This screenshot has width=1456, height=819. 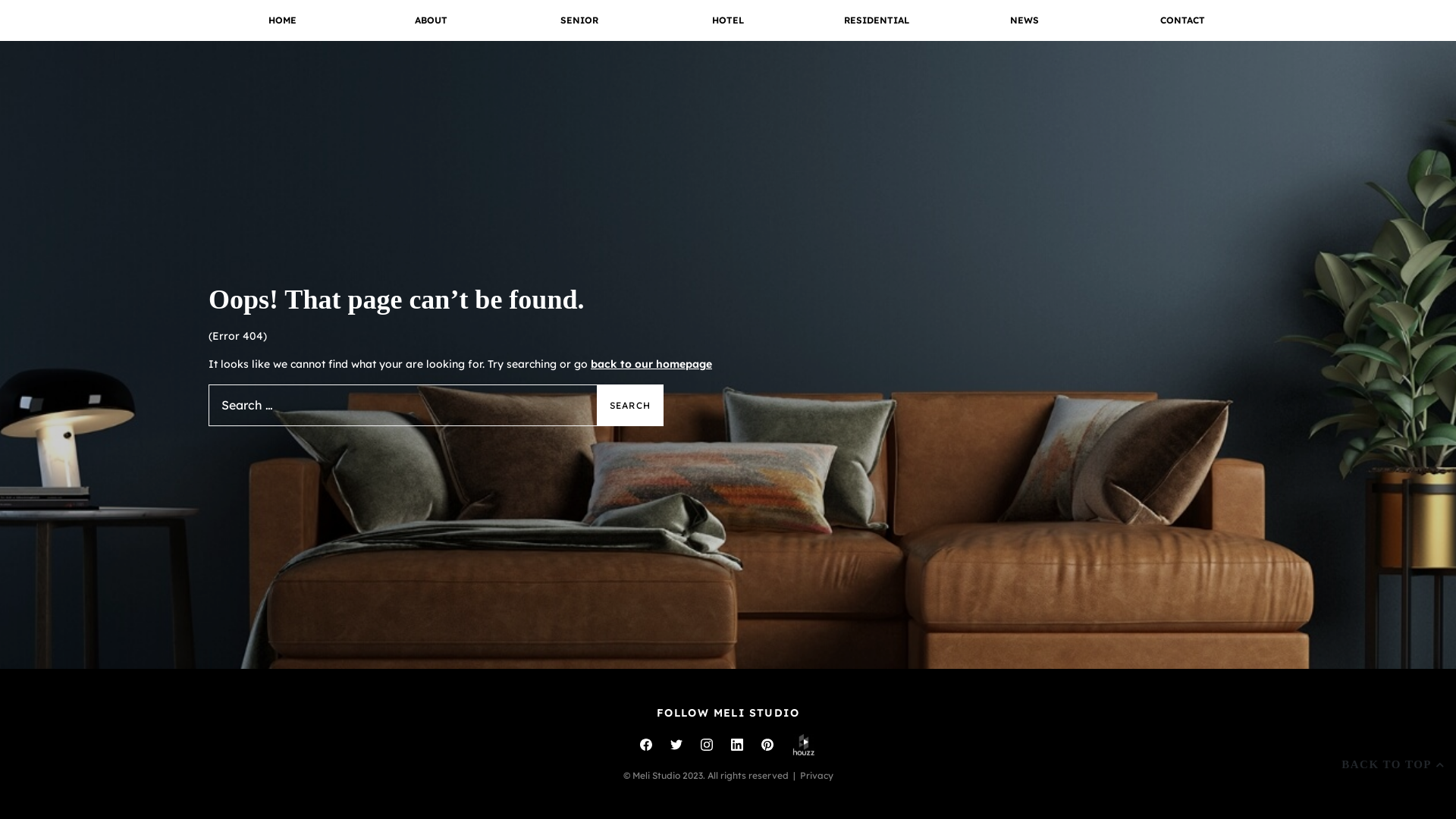 What do you see at coordinates (1386, 764) in the screenshot?
I see `'BACK TO TOP'` at bounding box center [1386, 764].